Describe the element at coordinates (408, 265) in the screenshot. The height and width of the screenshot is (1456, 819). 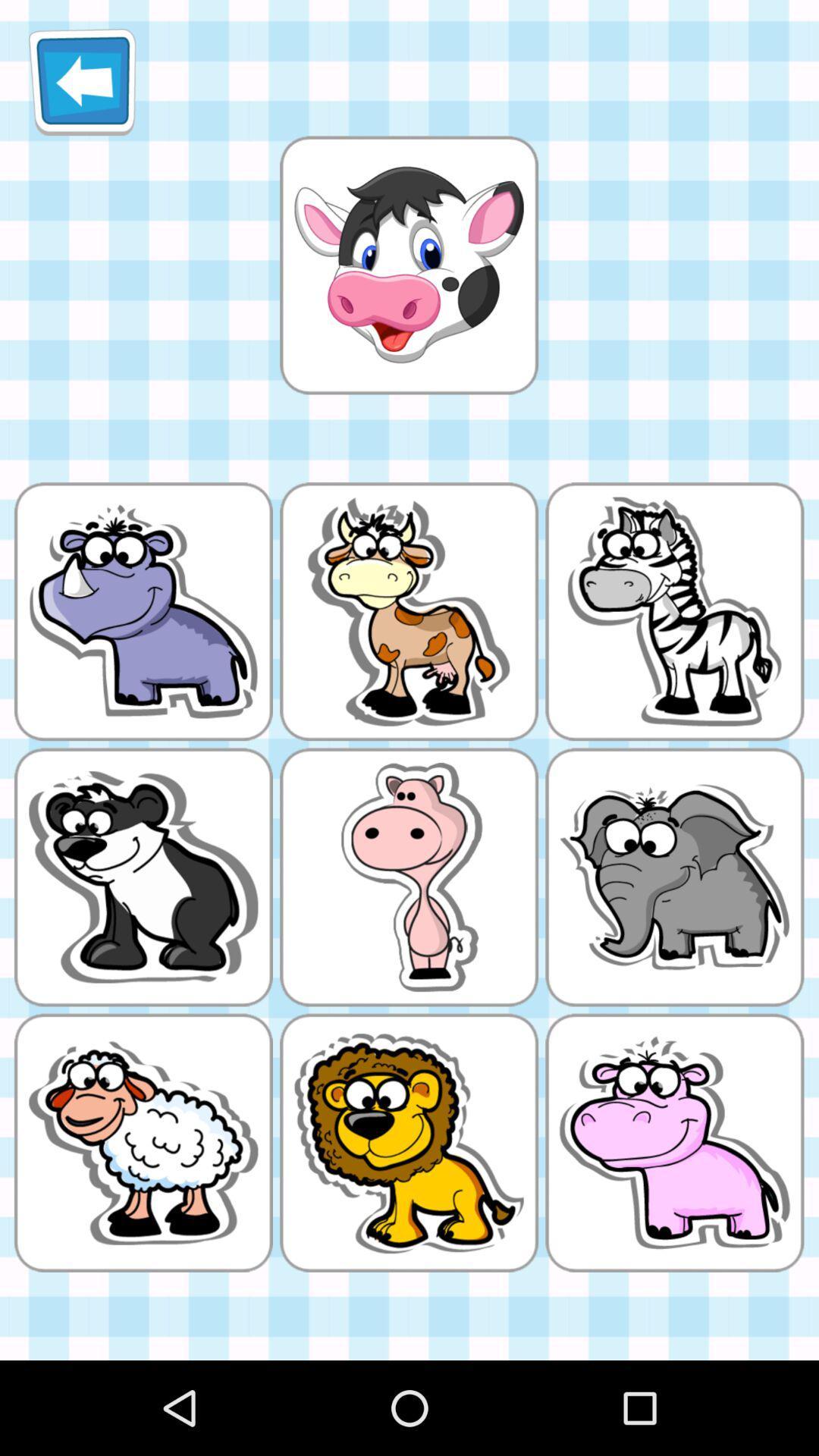
I see `cow` at that location.